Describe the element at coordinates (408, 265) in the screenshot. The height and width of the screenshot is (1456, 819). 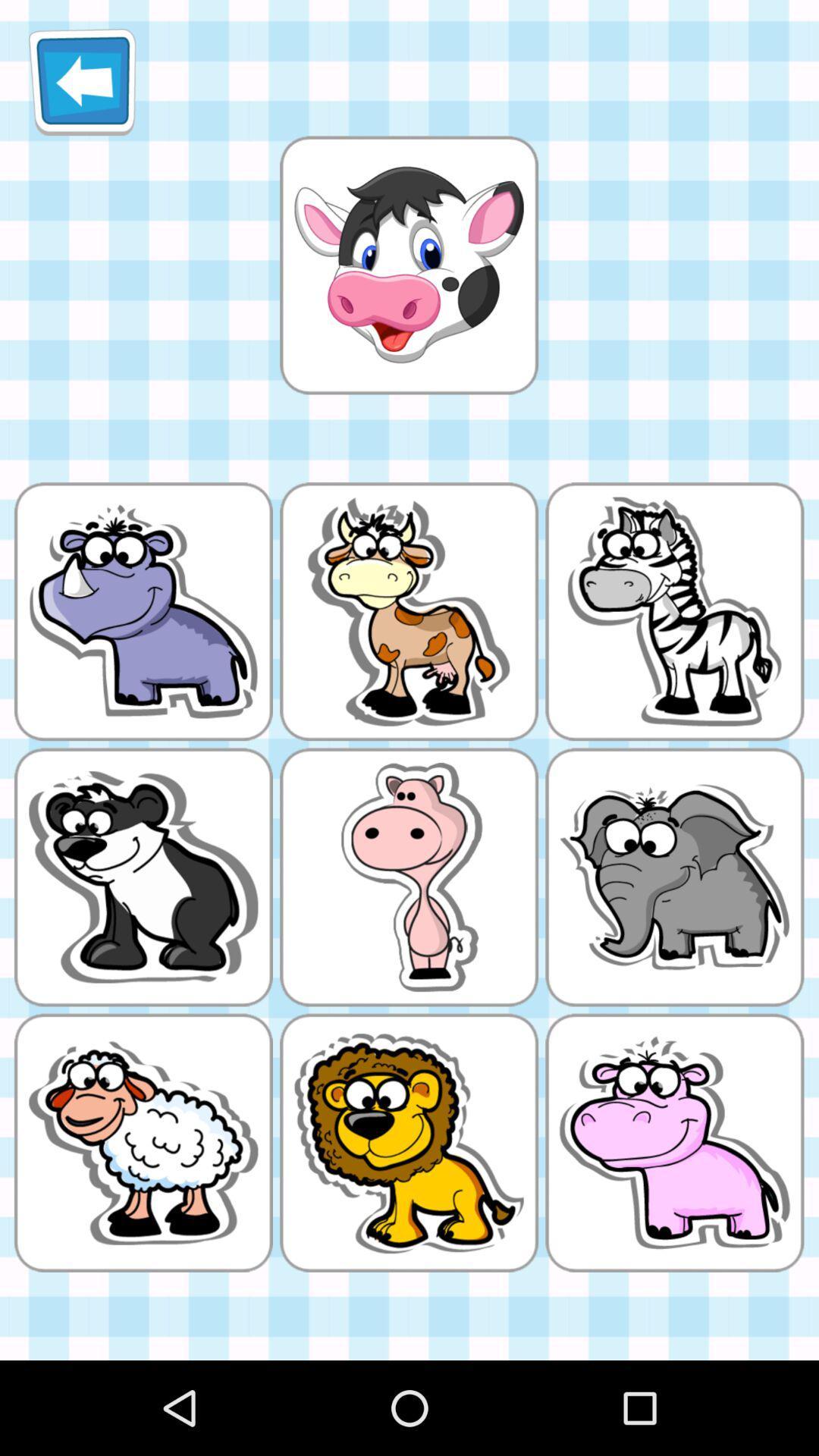
I see `cow` at that location.